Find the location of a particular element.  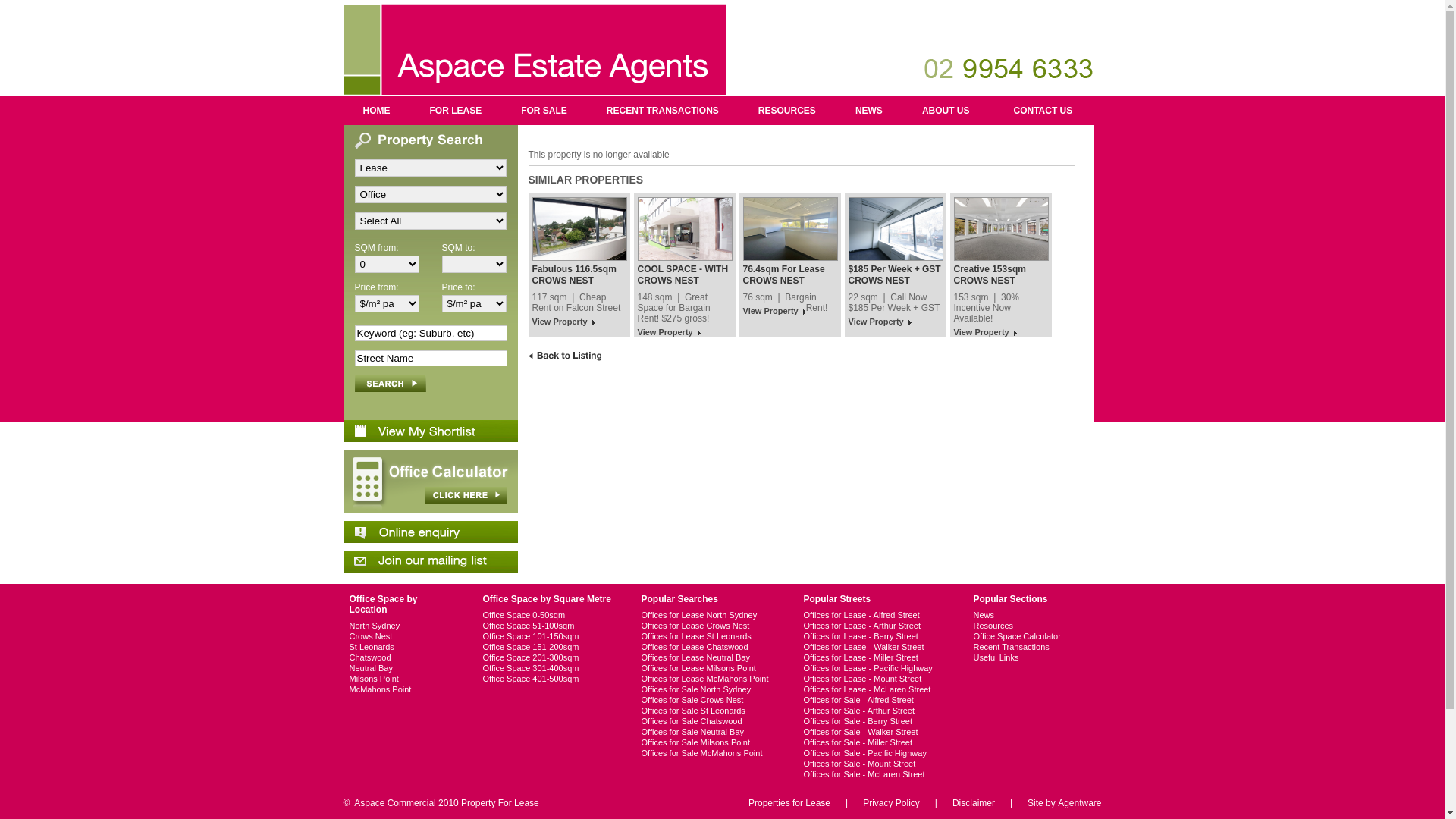

'Offices for Sale North Sydney' is located at coordinates (641, 689).